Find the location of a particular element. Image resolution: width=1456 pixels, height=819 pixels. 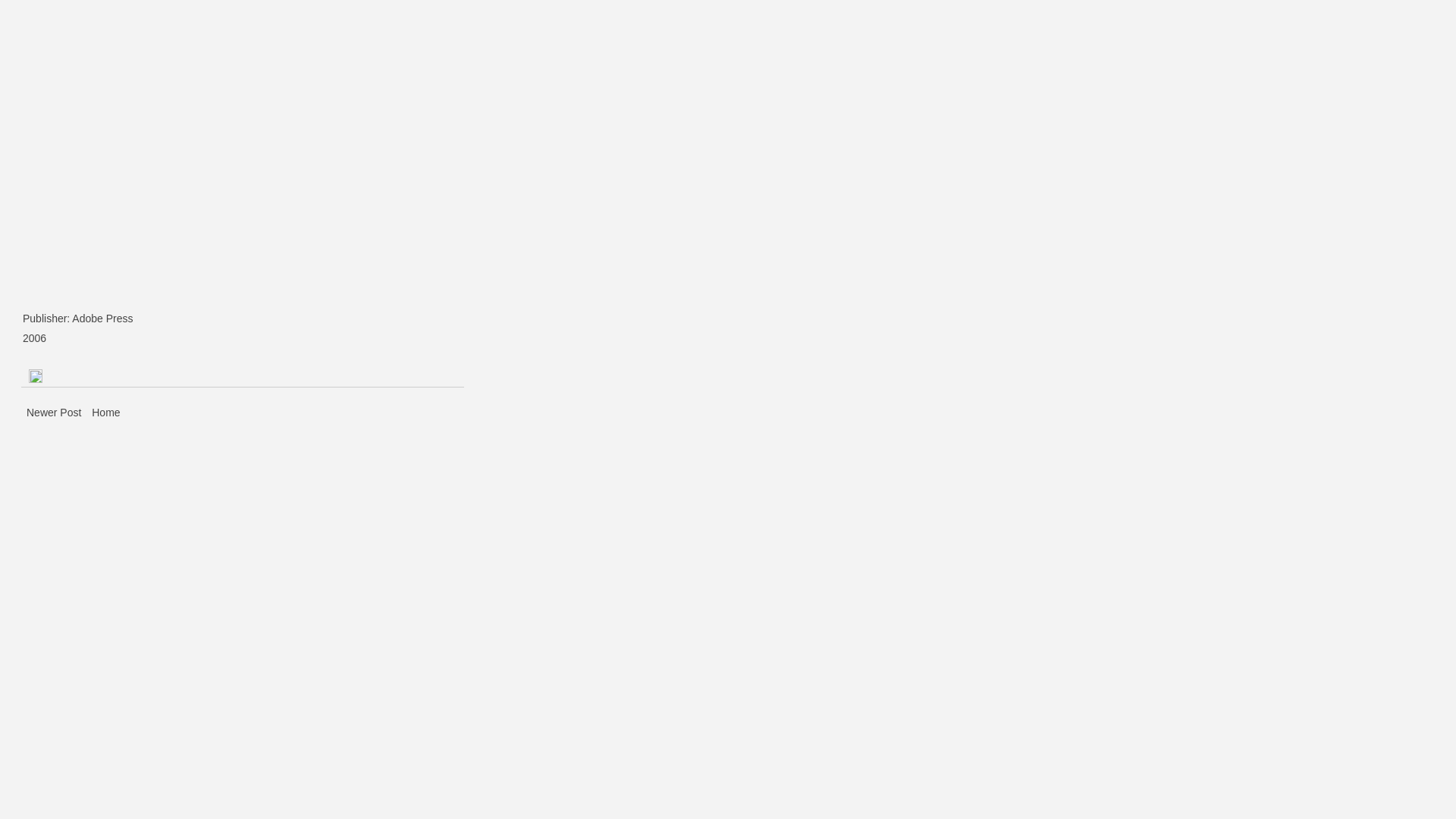

'Newer Post' is located at coordinates (55, 412).